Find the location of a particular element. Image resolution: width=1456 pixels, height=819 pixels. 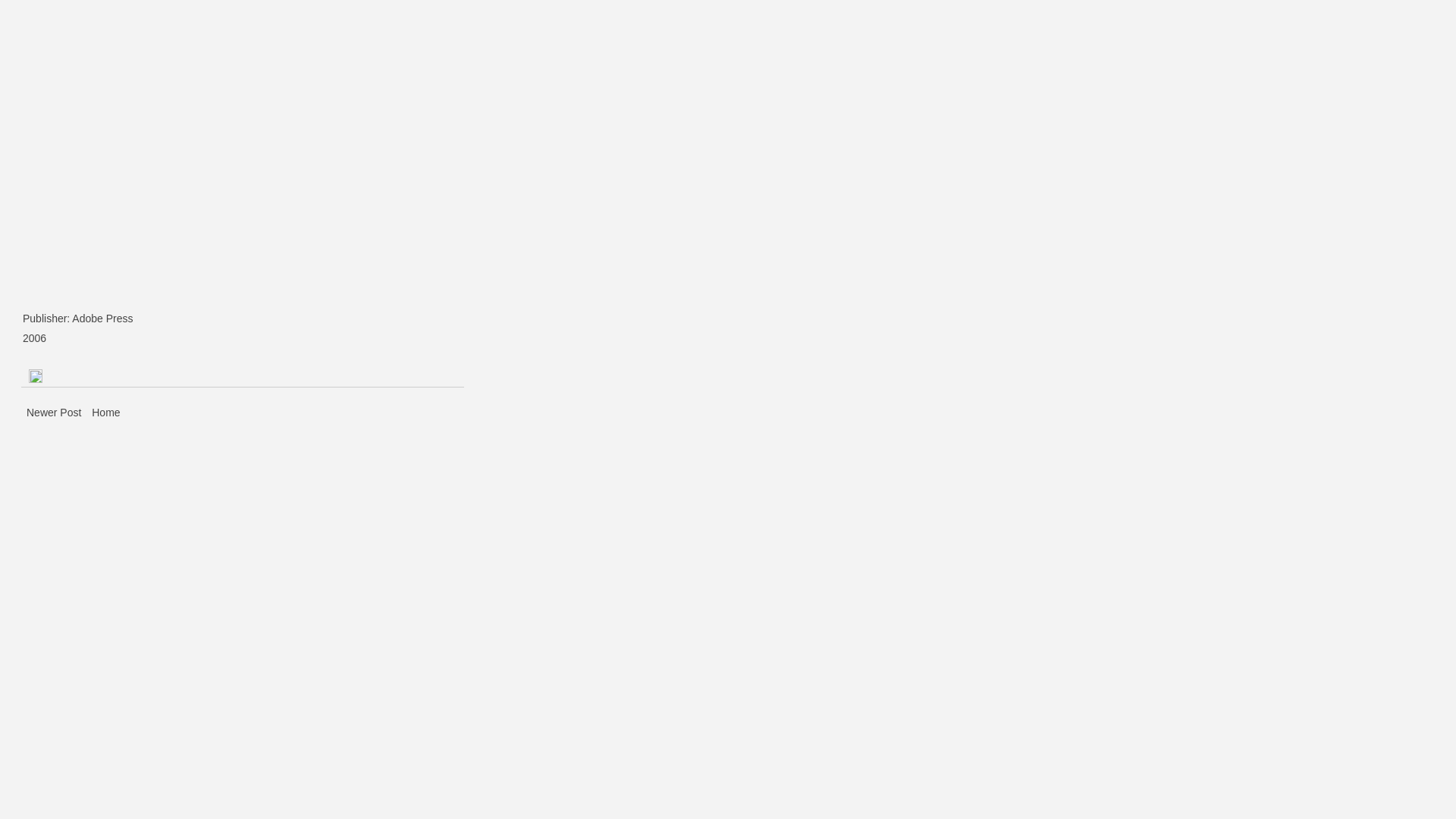

'Newer Post' is located at coordinates (55, 412).